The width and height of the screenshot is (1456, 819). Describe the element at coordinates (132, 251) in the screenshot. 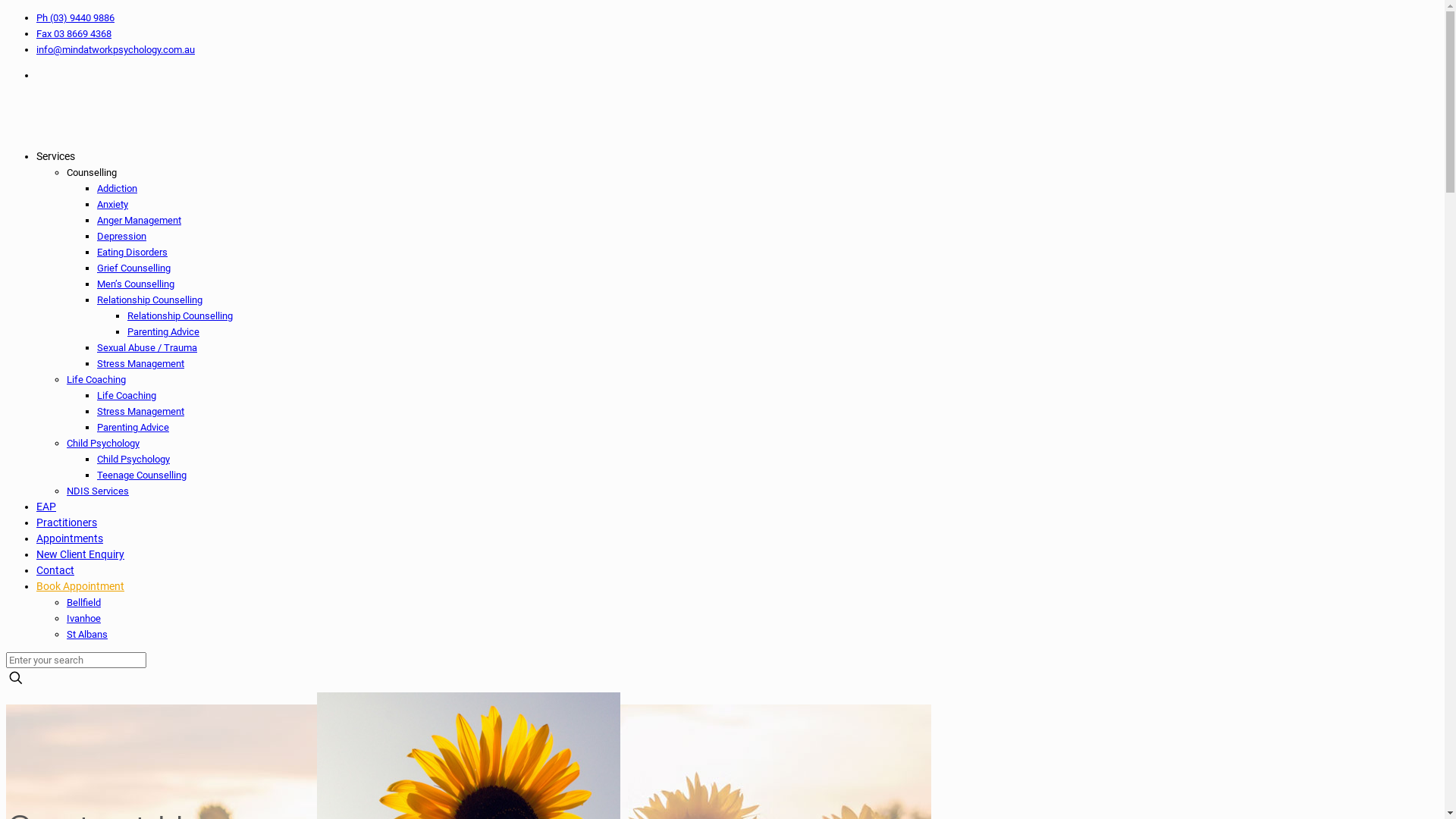

I see `'Eating Disorders'` at that location.